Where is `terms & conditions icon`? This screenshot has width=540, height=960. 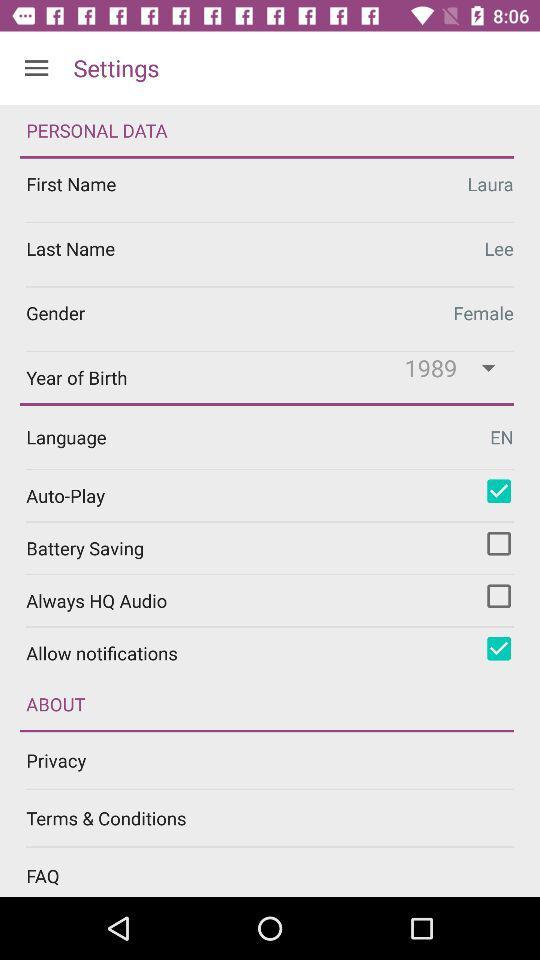 terms & conditions icon is located at coordinates (282, 818).